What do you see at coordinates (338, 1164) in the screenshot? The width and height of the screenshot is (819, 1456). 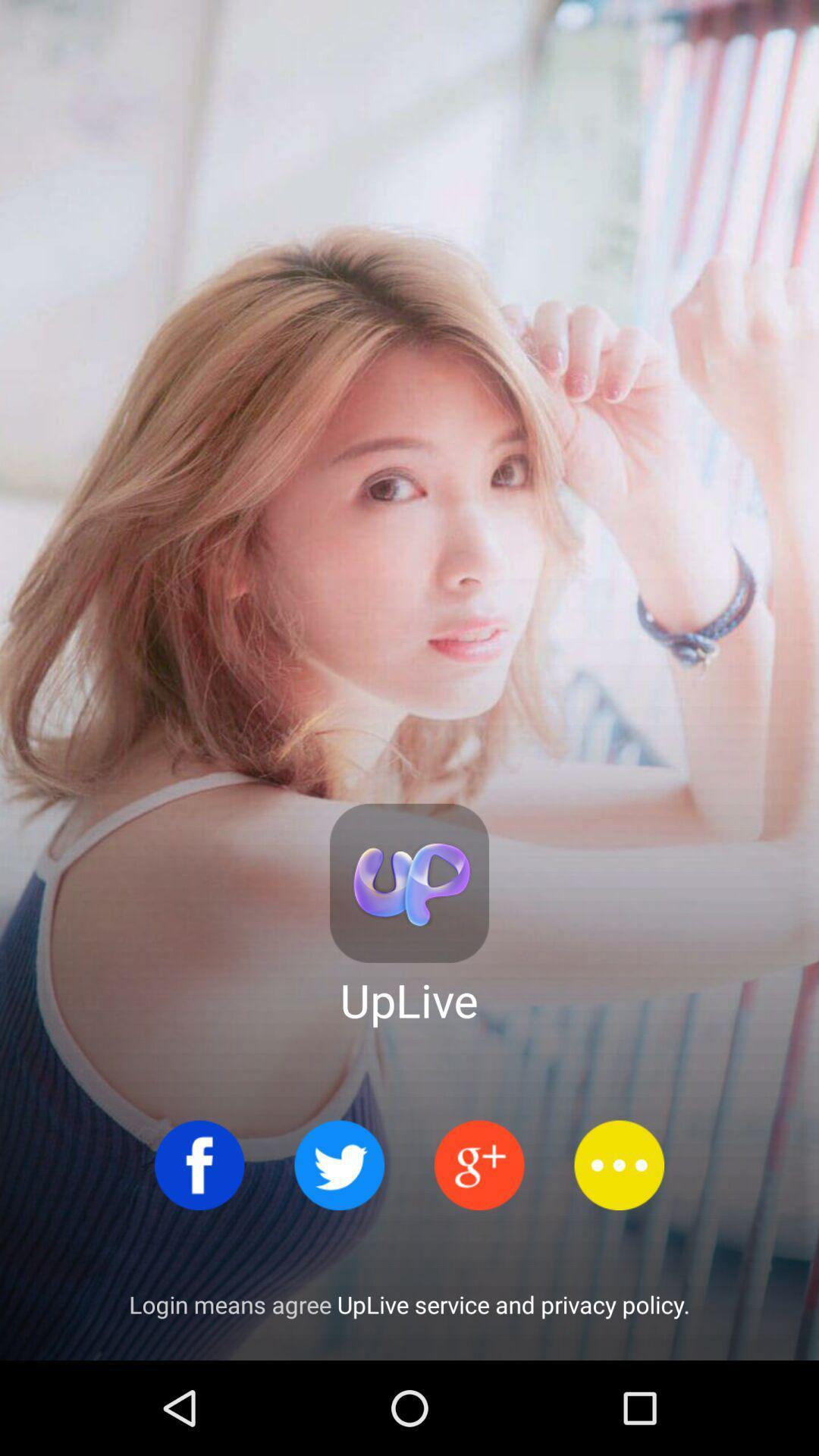 I see `the twitter icon` at bounding box center [338, 1164].